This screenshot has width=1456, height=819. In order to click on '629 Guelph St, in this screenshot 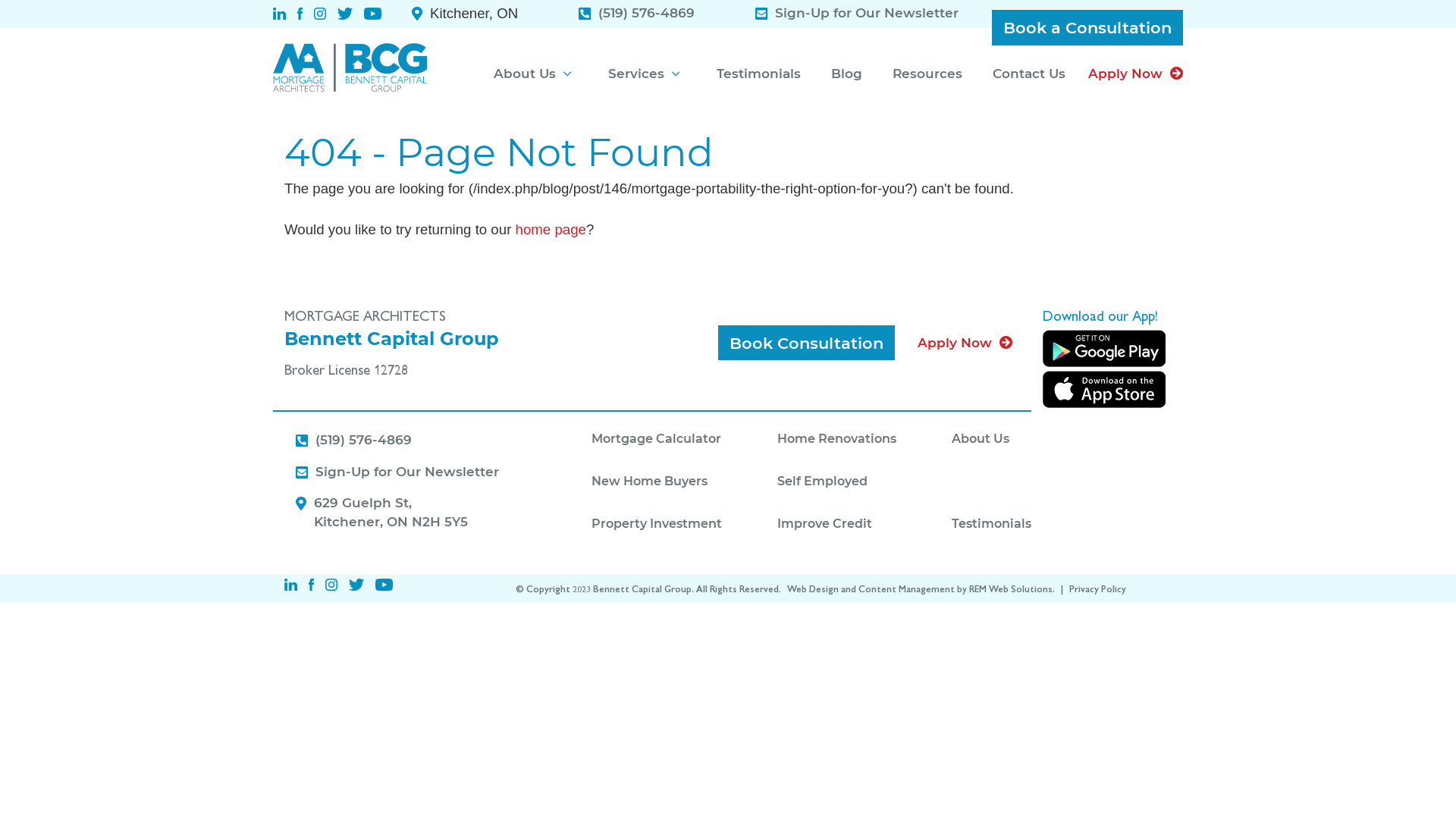, I will do `click(391, 512)`.